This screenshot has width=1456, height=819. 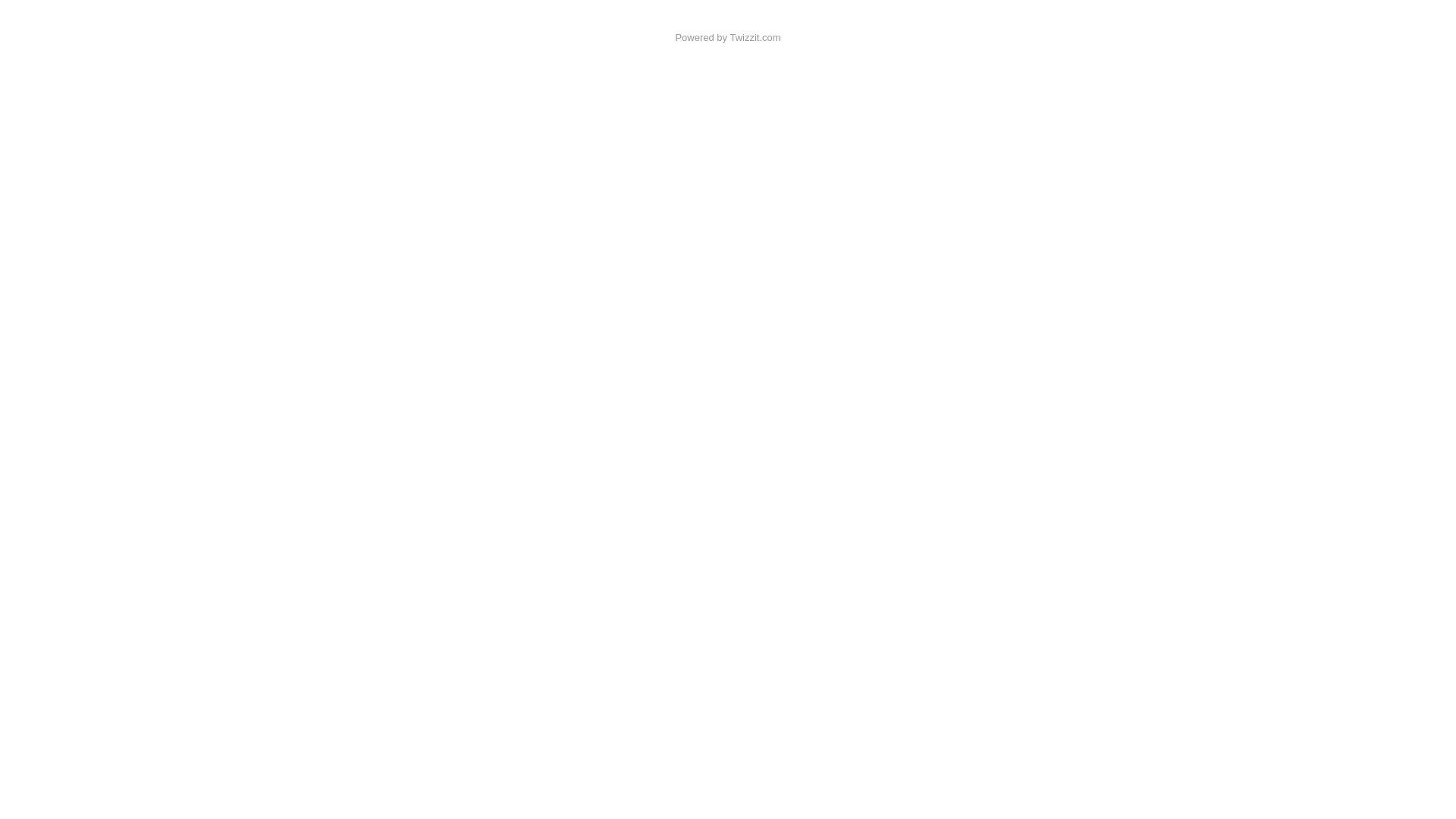 I want to click on 'Twizzit.com', so click(x=729, y=36).